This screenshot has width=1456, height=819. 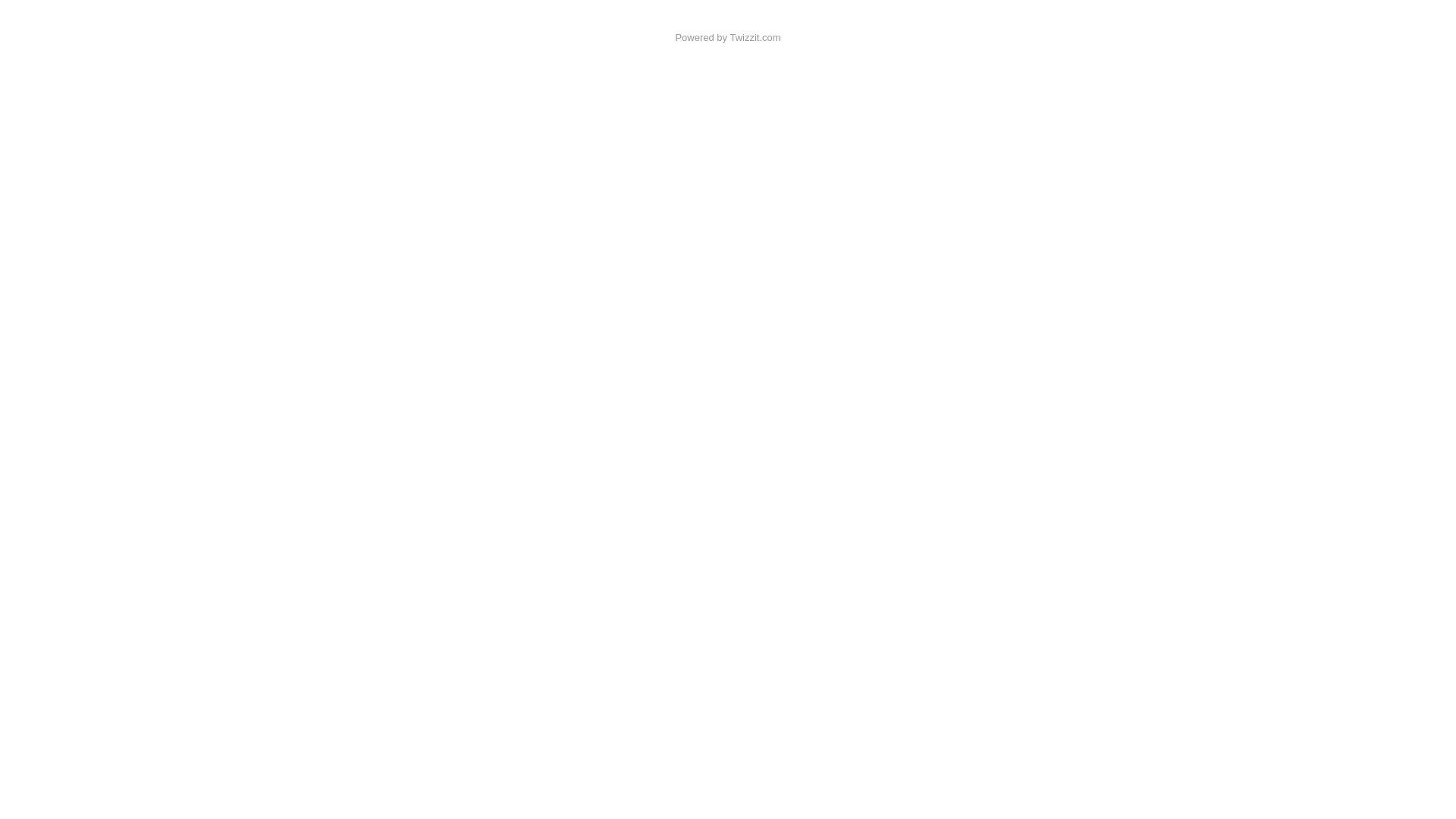 I want to click on 'Twizzit.com', so click(x=729, y=36).